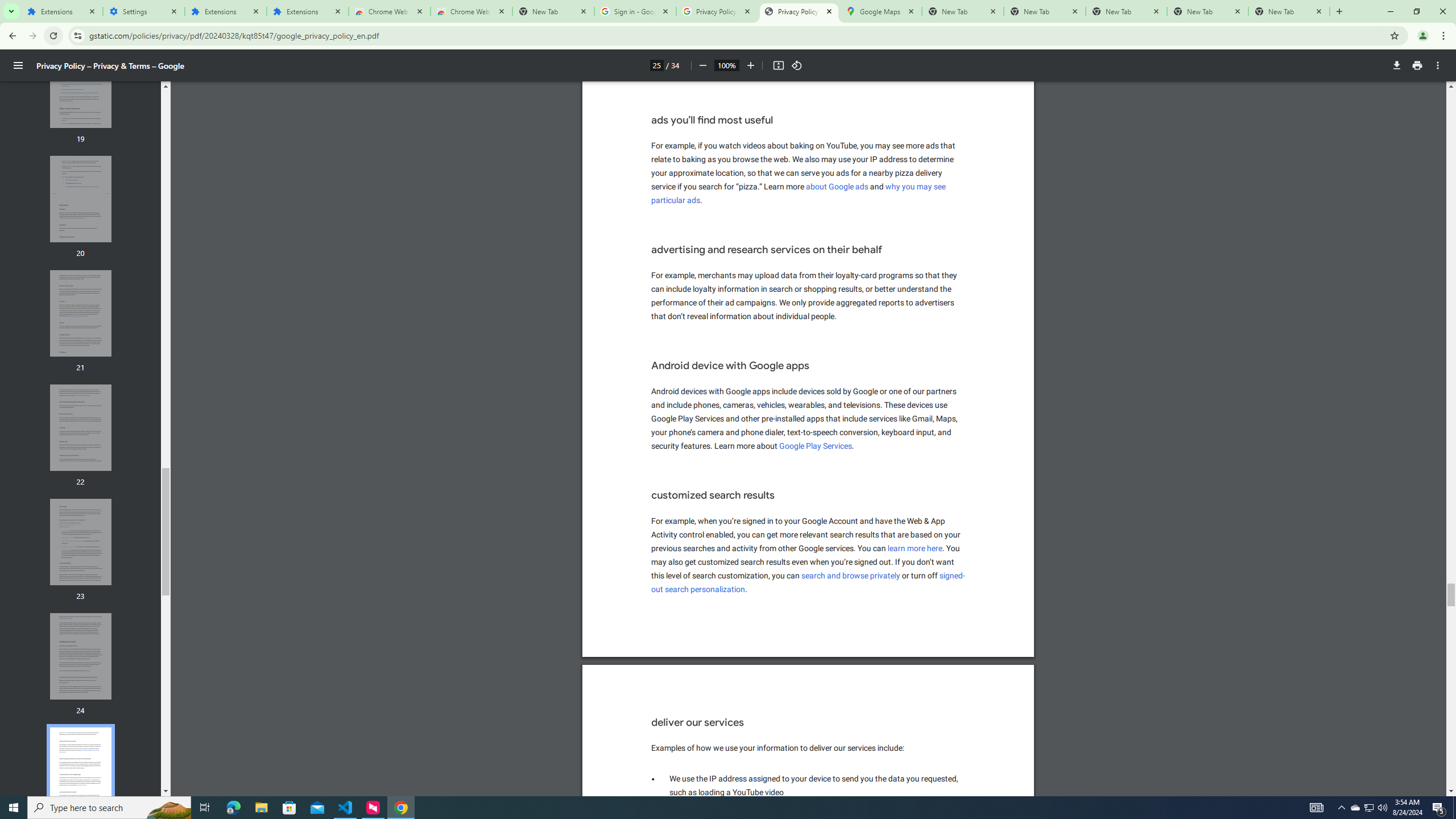 Image resolution: width=1456 pixels, height=819 pixels. I want to click on 'New Tab', so click(1289, 11).